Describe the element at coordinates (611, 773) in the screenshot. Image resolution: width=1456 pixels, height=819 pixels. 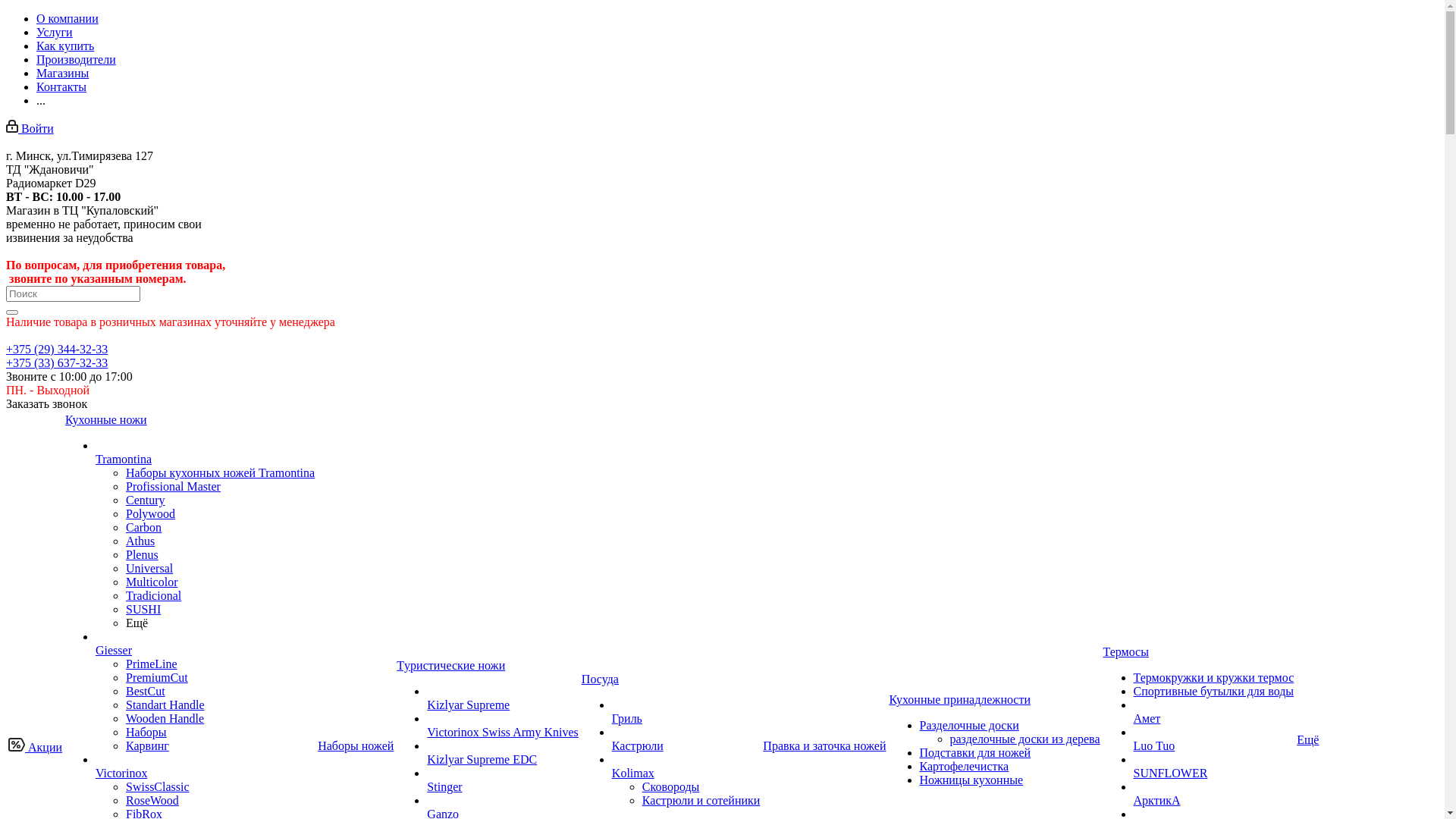
I see `'Kolimax'` at that location.